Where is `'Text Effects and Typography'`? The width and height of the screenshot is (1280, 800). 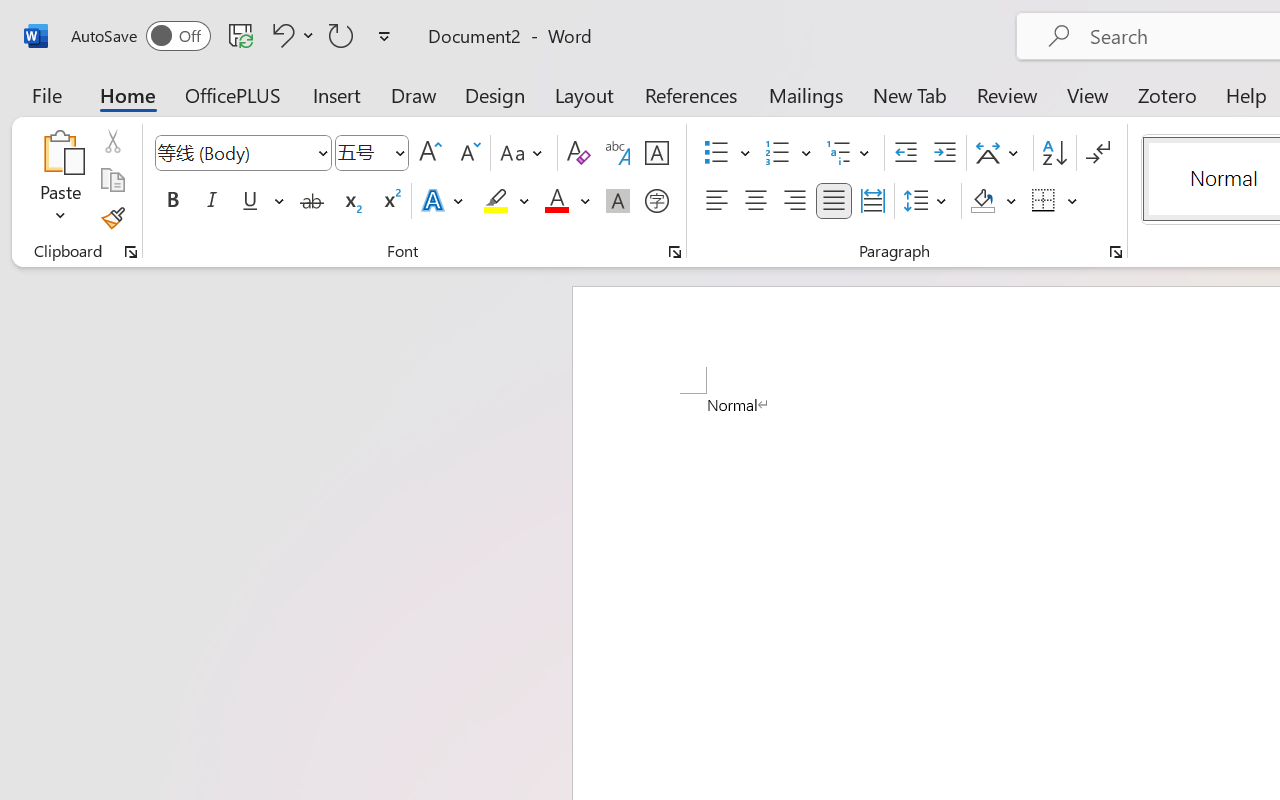
'Text Effects and Typography' is located at coordinates (443, 201).